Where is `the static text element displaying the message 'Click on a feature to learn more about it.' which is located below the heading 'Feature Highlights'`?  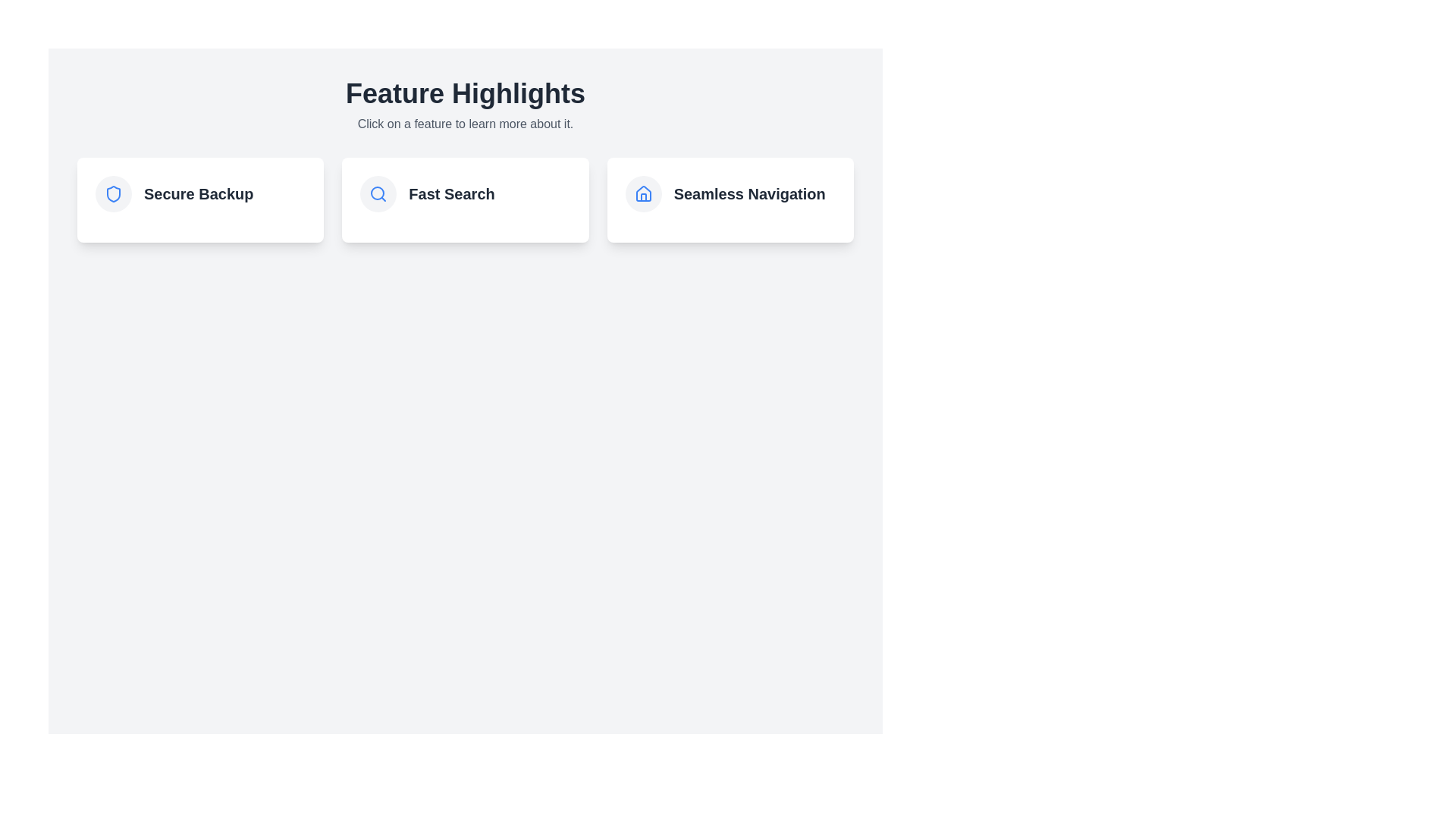
the static text element displaying the message 'Click on a feature to learn more about it.' which is located below the heading 'Feature Highlights' is located at coordinates (465, 124).